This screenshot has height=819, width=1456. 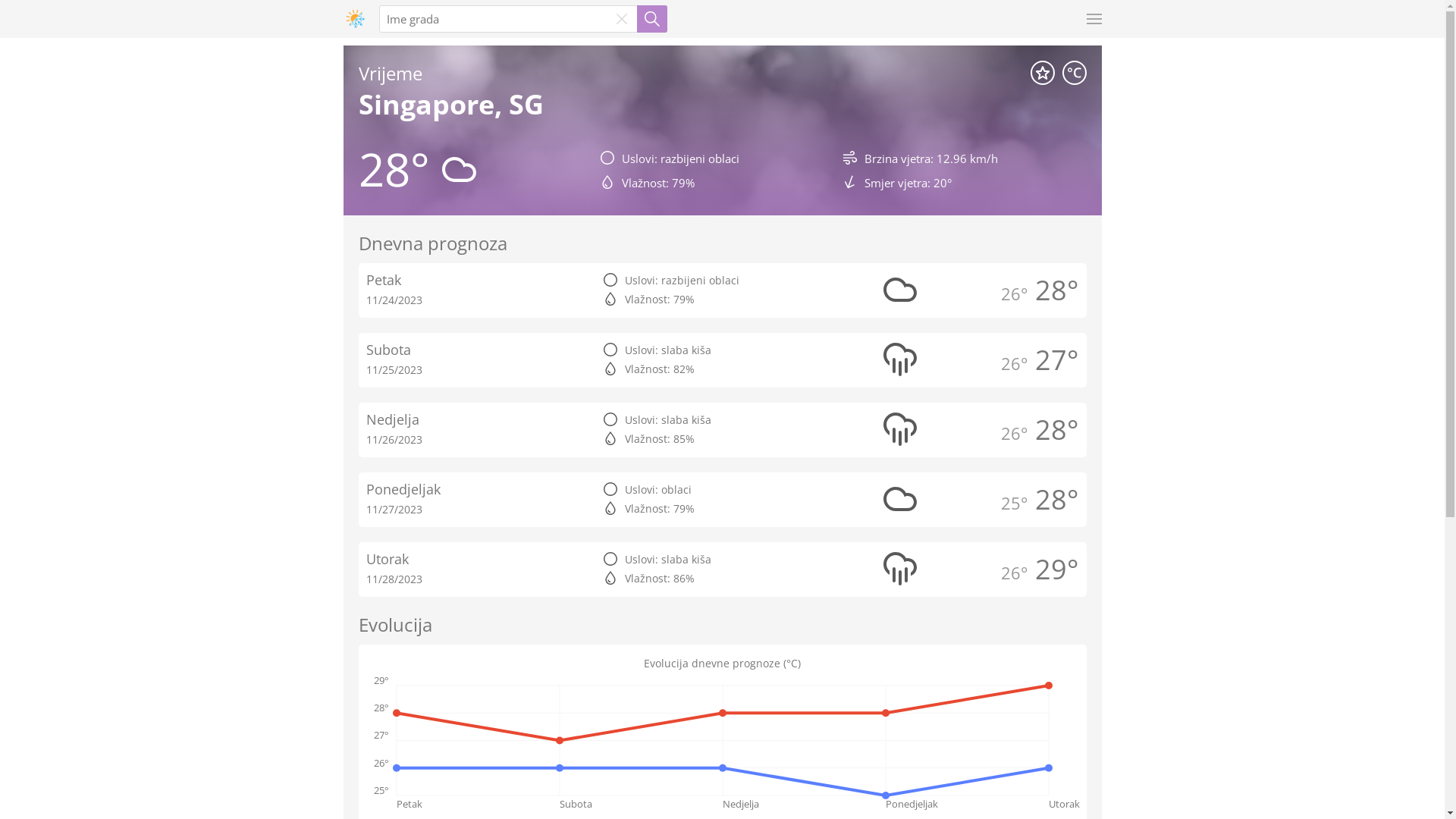 What do you see at coordinates (450, 103) in the screenshot?
I see `'Singapore, SG'` at bounding box center [450, 103].